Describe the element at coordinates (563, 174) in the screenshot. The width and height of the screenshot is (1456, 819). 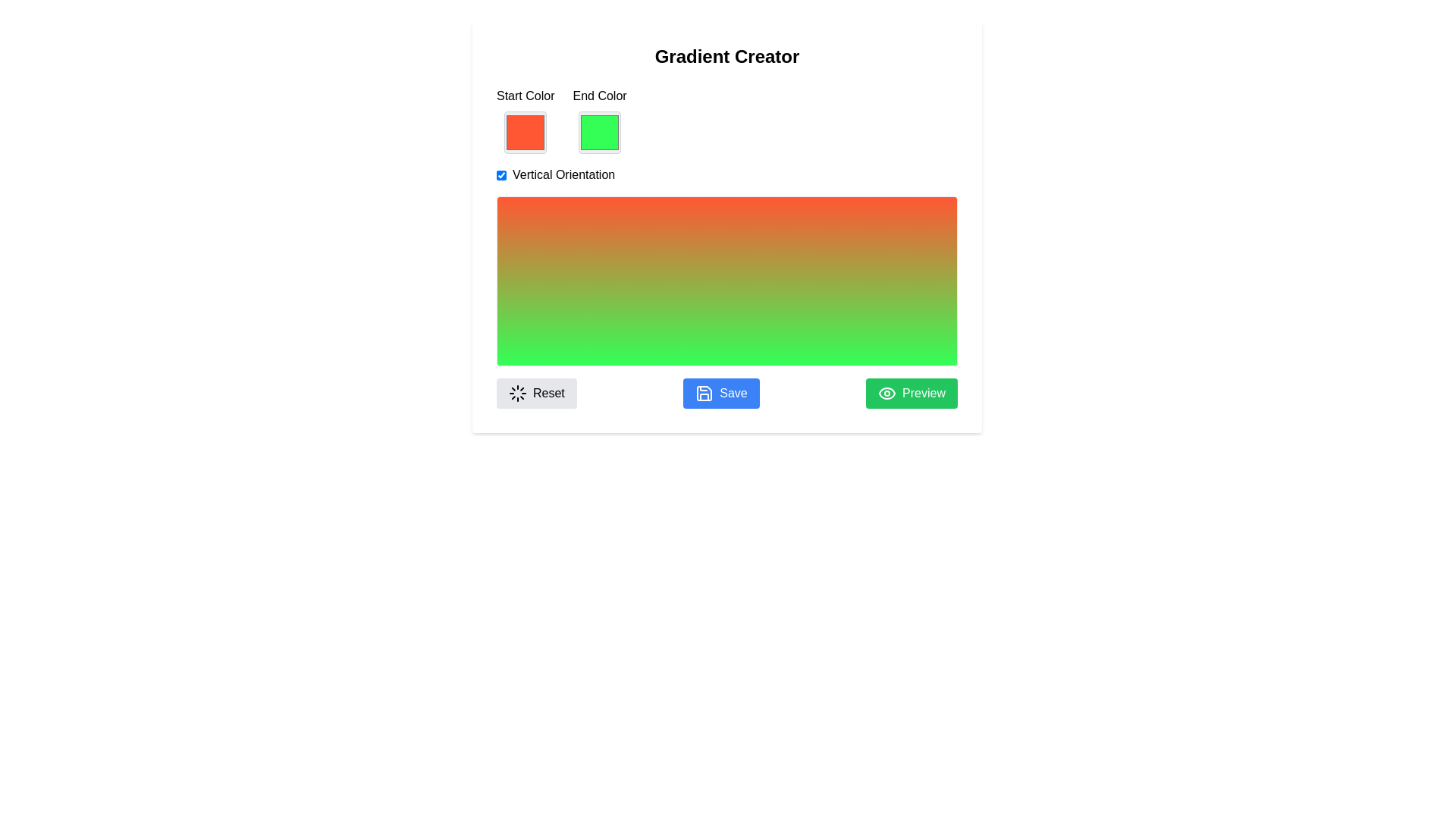
I see `the 'Vertical Orientation' text label` at that location.